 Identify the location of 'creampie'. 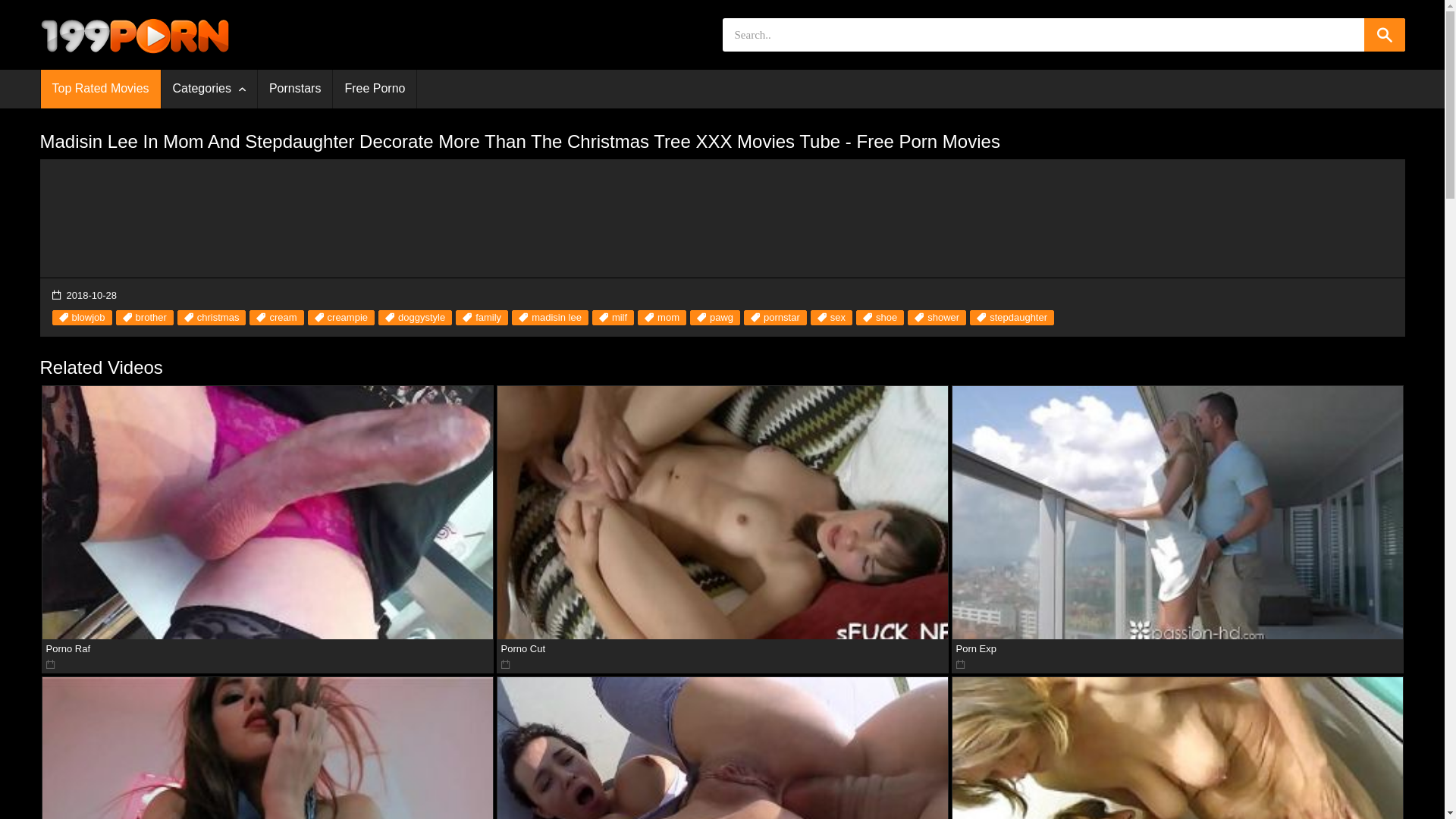
(340, 317).